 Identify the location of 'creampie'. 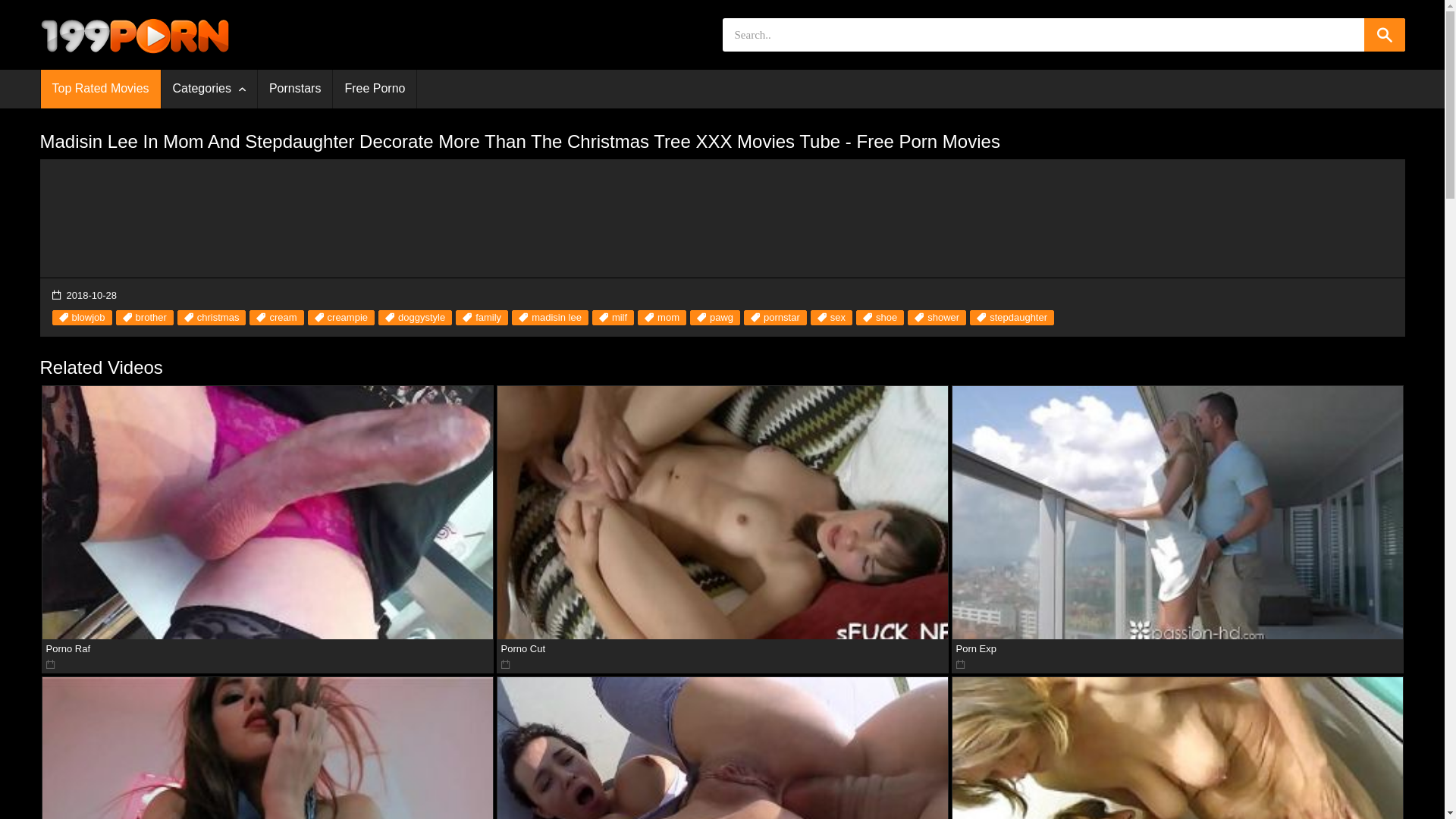
(340, 317).